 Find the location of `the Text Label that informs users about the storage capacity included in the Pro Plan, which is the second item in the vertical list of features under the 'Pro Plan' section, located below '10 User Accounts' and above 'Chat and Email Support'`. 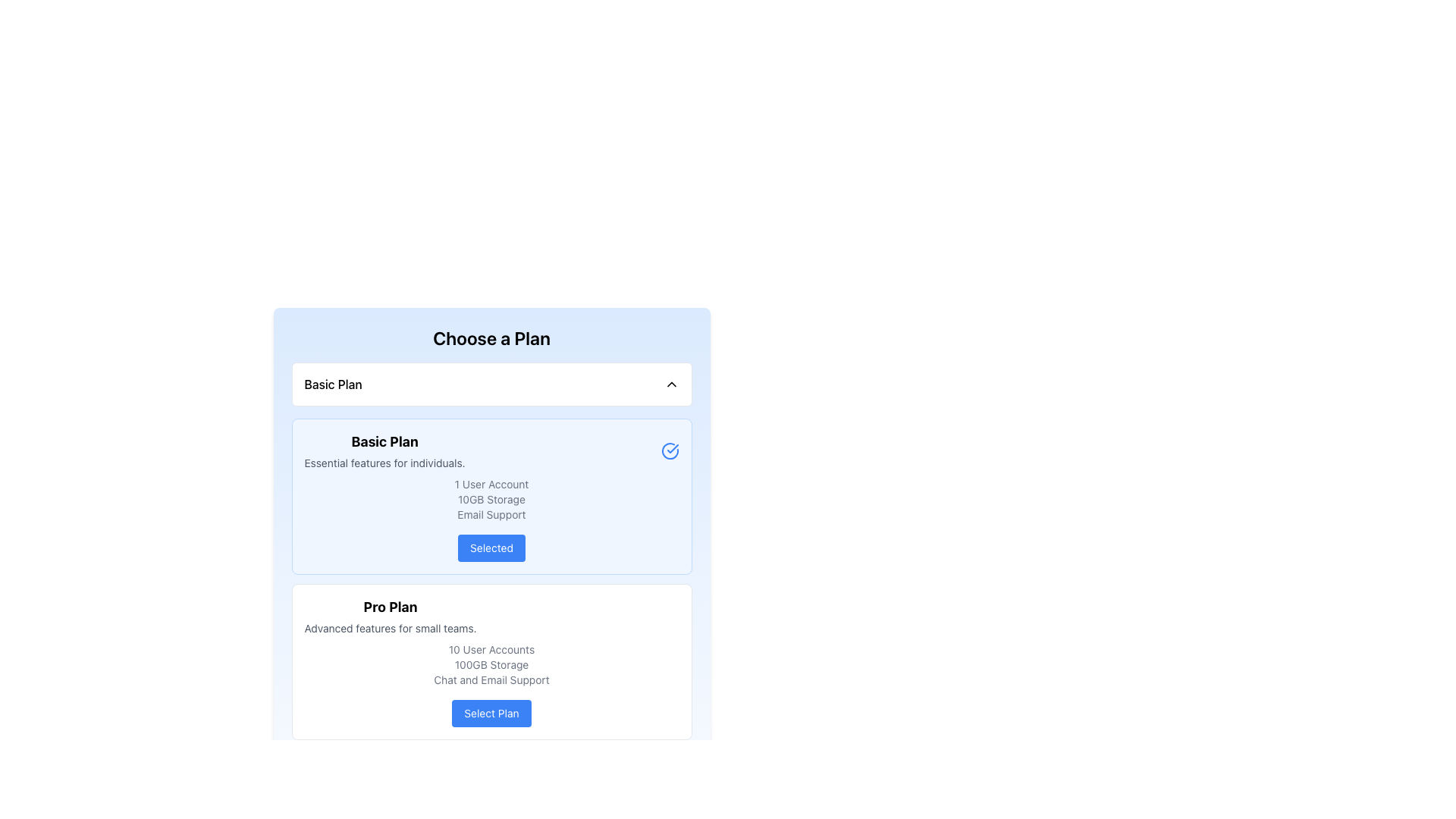

the Text Label that informs users about the storage capacity included in the Pro Plan, which is the second item in the vertical list of features under the 'Pro Plan' section, located below '10 User Accounts' and above 'Chat and Email Support' is located at coordinates (491, 664).